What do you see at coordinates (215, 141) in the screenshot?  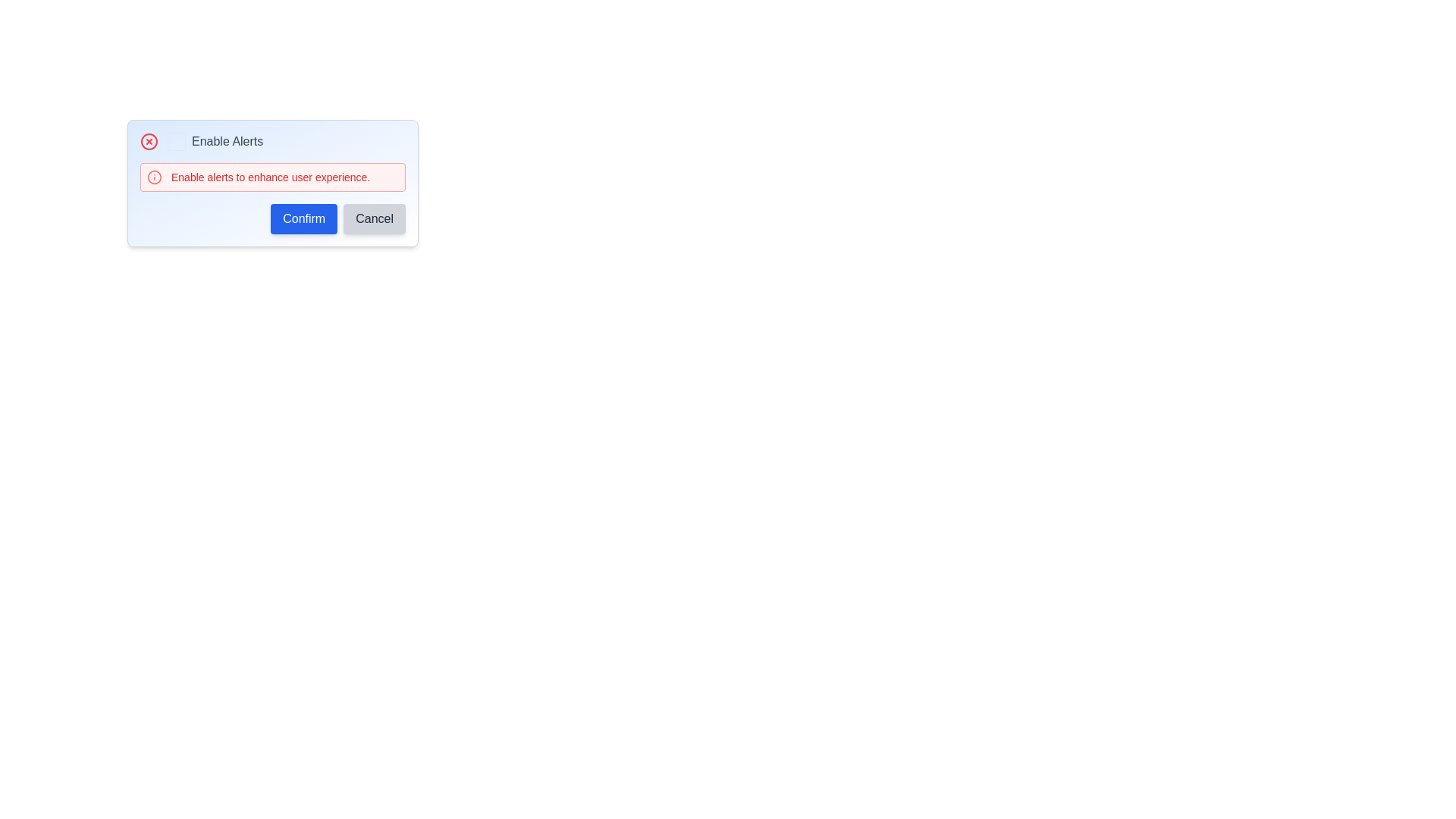 I see `the 'Enable Alerts' checkbox label` at bounding box center [215, 141].